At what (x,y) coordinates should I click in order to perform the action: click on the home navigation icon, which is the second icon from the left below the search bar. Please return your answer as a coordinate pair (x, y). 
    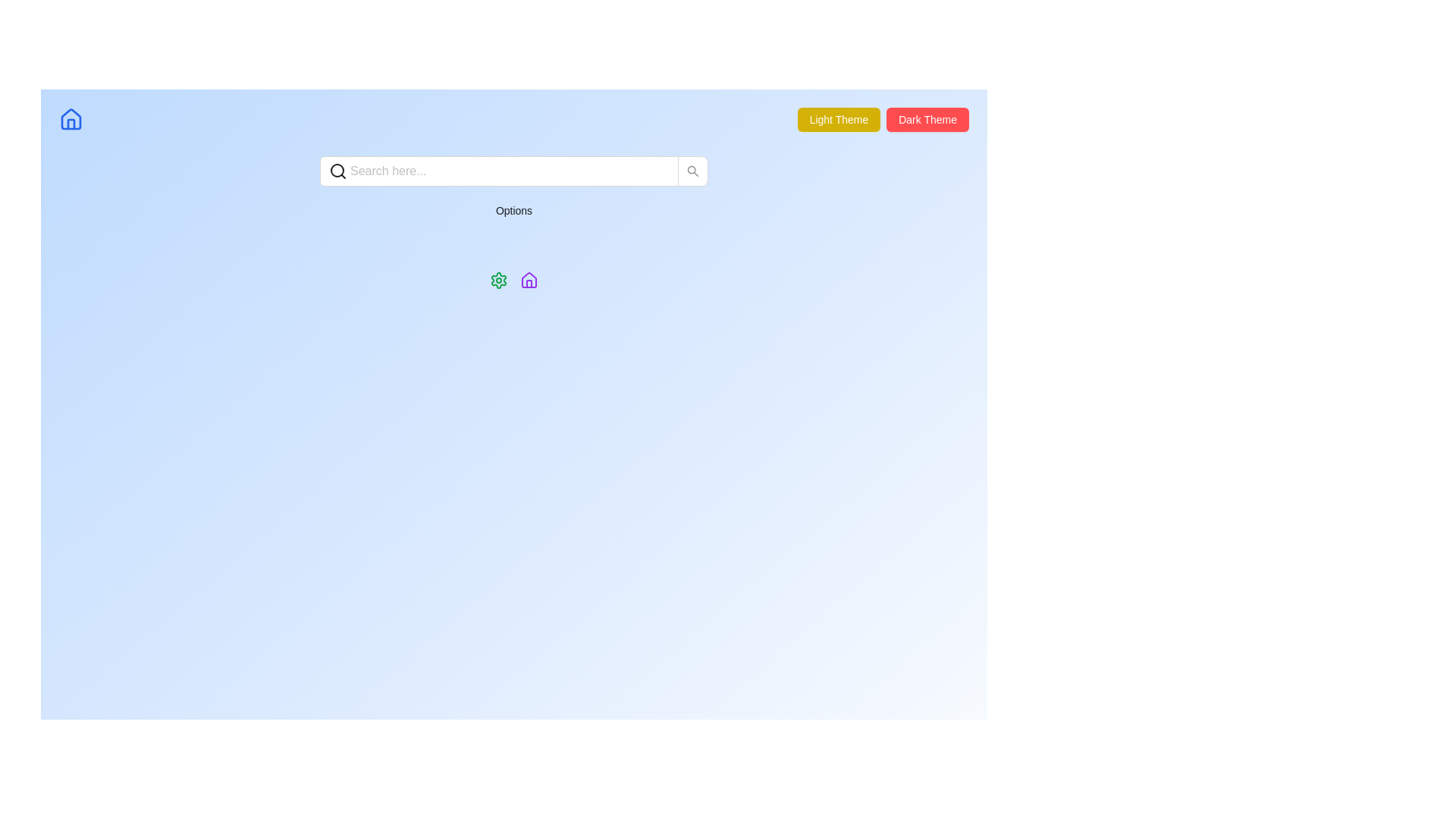
    Looking at the image, I should click on (529, 281).